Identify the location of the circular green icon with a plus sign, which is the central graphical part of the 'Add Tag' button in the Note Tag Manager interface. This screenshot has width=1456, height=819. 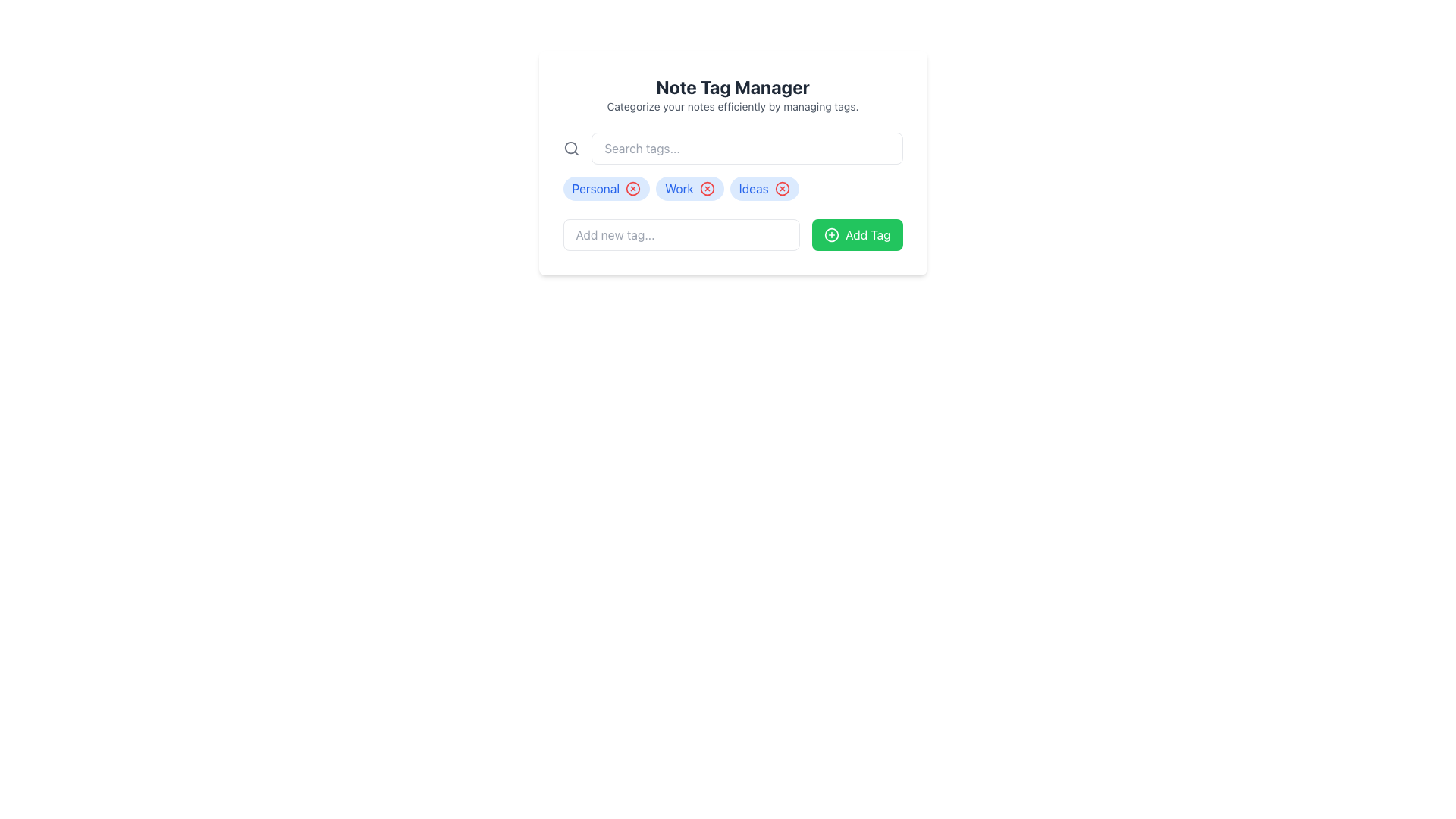
(831, 234).